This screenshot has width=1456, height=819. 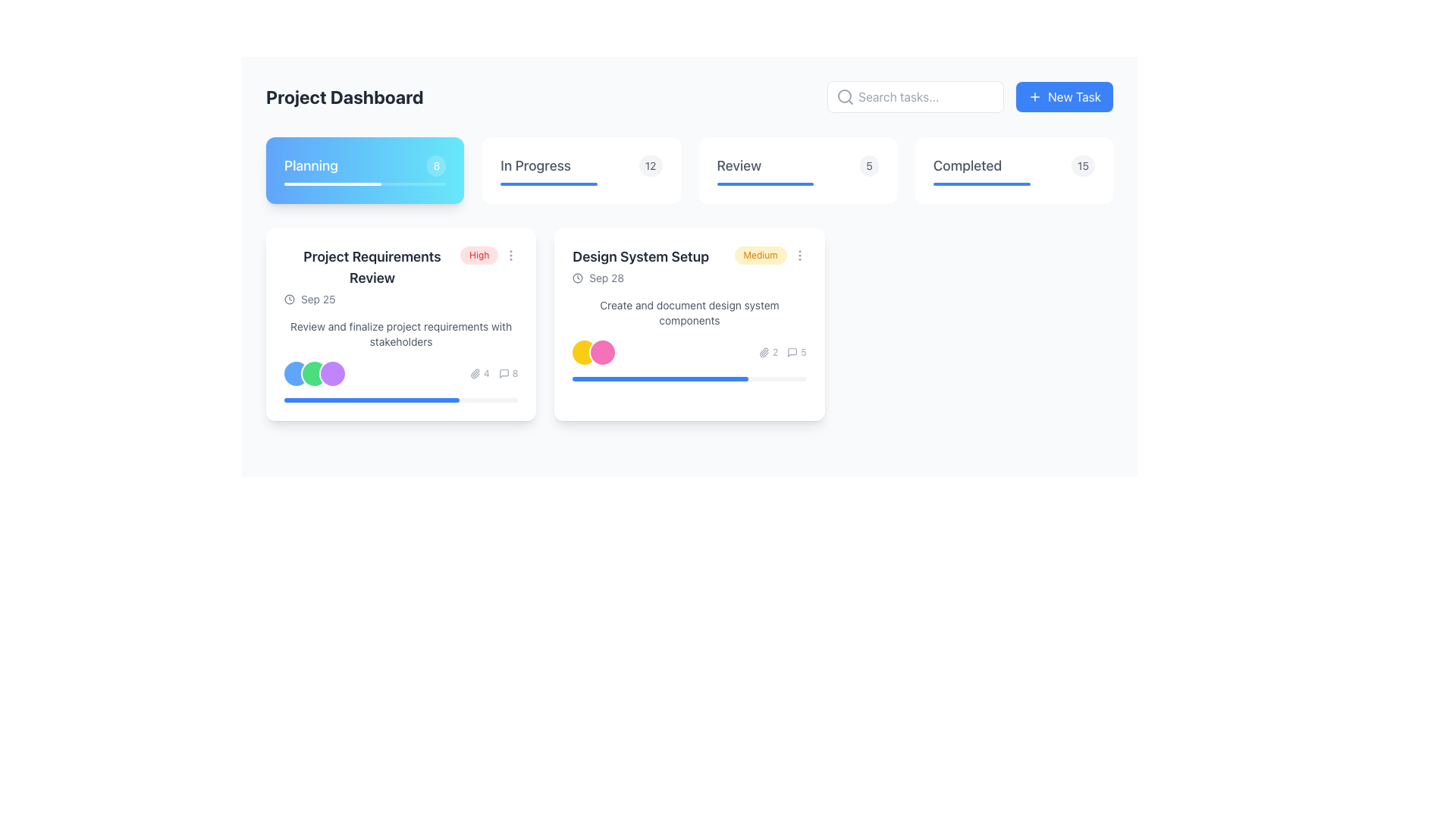 I want to click on the first task card in the project management interface, which contains details about the task including title, priority, due date, and participant avatars, so click(x=401, y=324).